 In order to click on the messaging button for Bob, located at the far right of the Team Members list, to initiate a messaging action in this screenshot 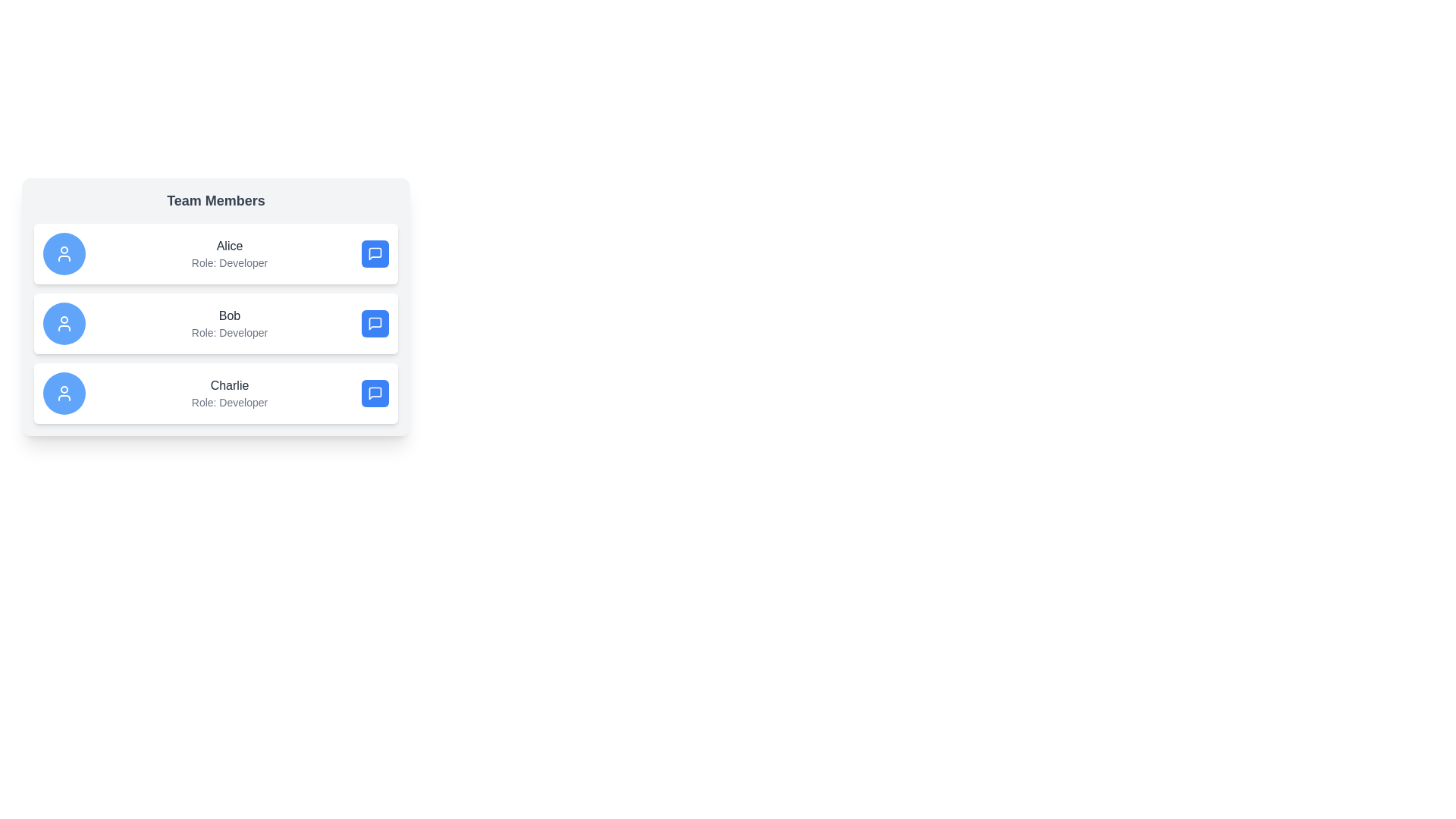, I will do `click(375, 323)`.